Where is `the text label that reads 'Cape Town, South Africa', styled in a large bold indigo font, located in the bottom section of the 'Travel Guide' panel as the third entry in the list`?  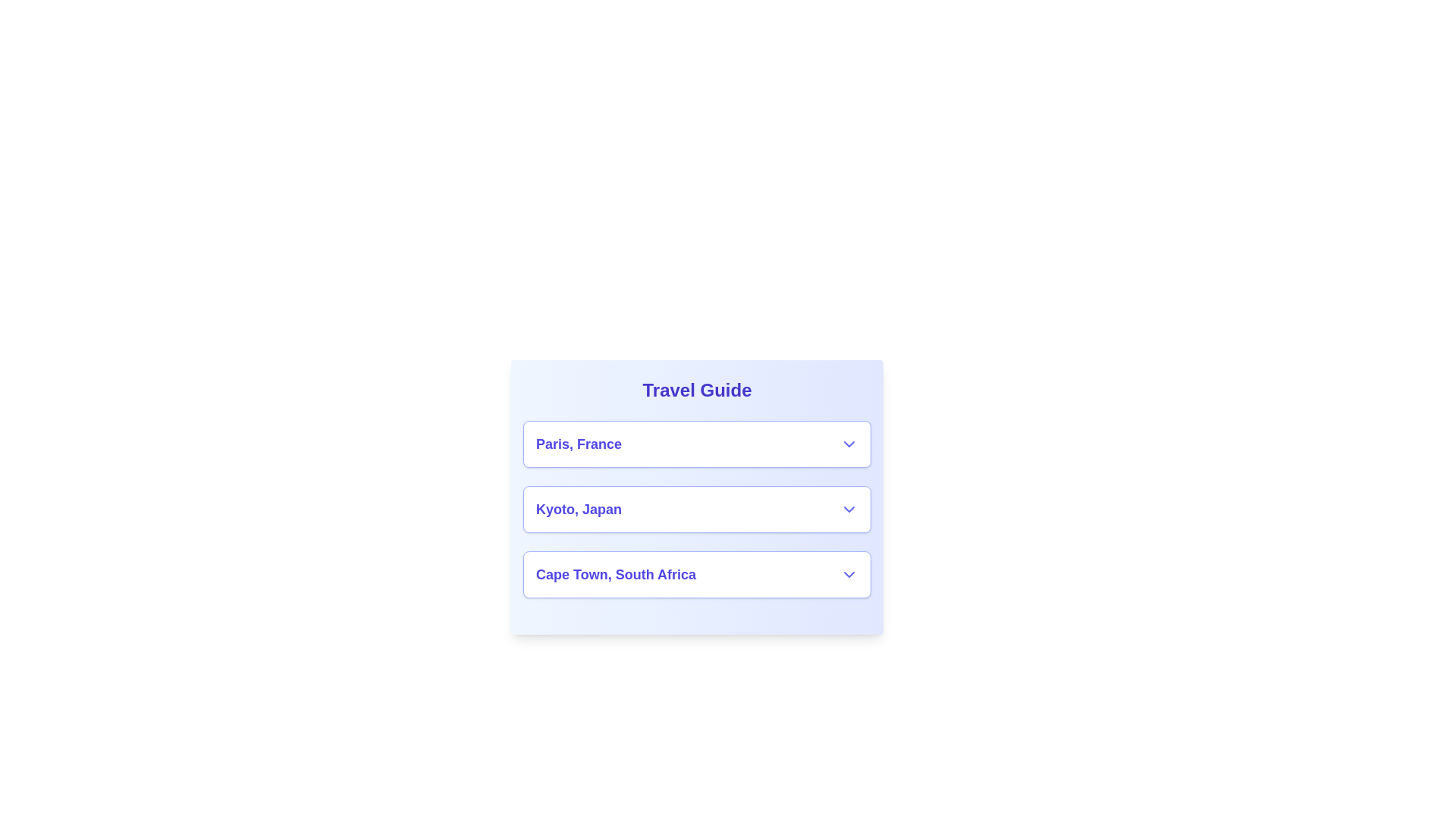
the text label that reads 'Cape Town, South Africa', styled in a large bold indigo font, located in the bottom section of the 'Travel Guide' panel as the third entry in the list is located at coordinates (616, 575).